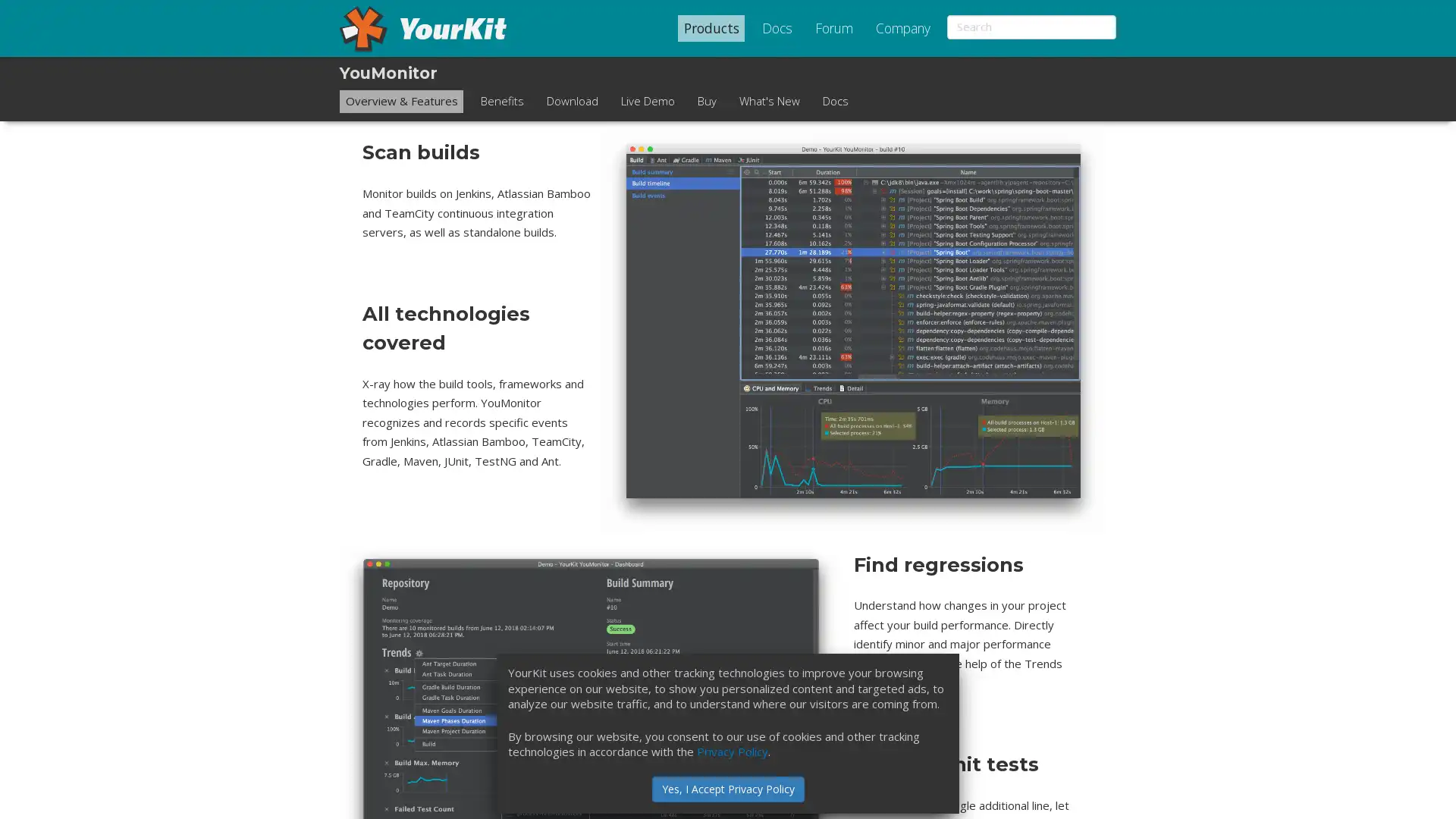 This screenshot has height=819, width=1456. I want to click on Yes, I Accept Privacy Policy, so click(726, 788).